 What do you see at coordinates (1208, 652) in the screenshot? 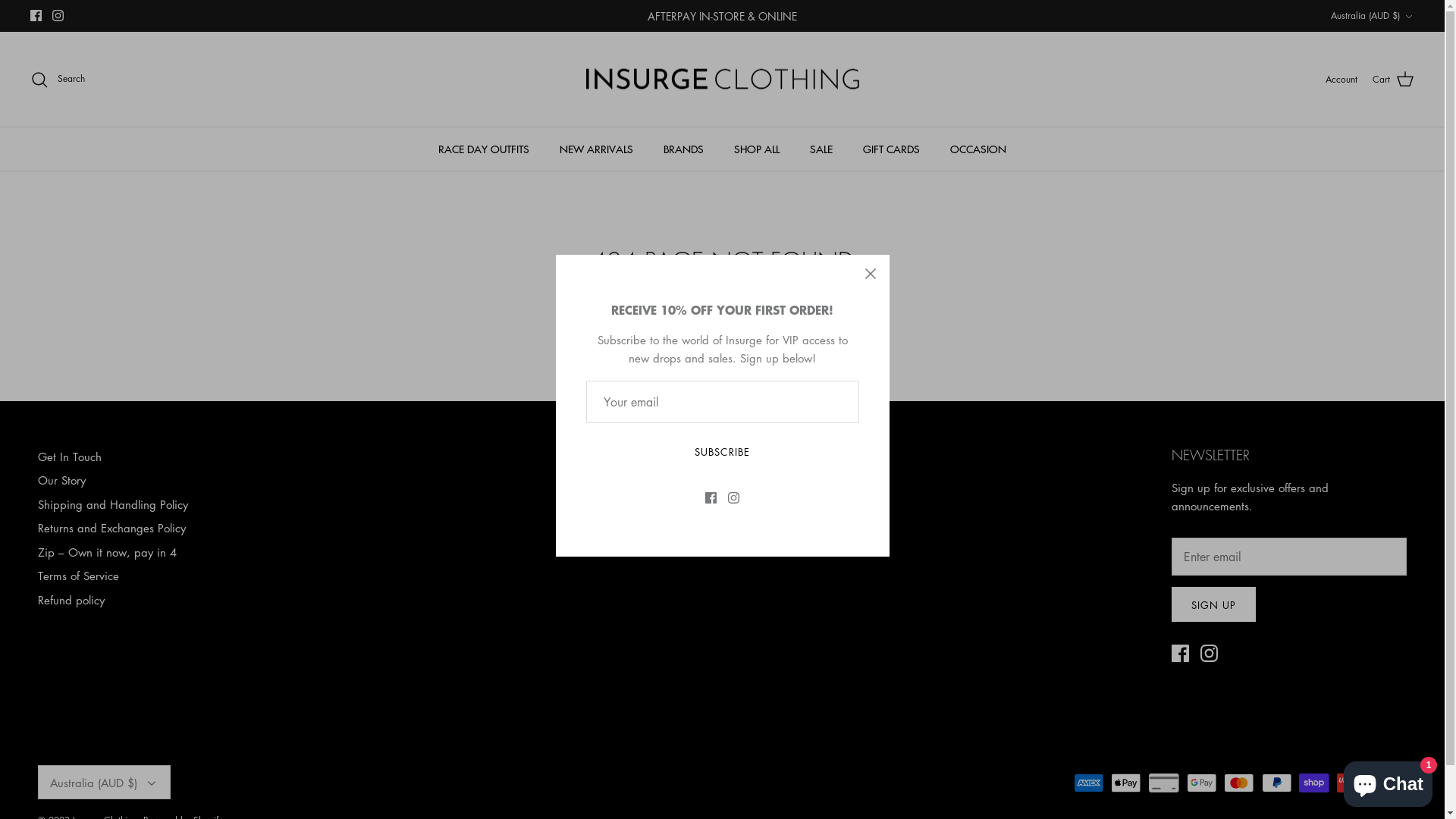
I see `'Instagram'` at bounding box center [1208, 652].